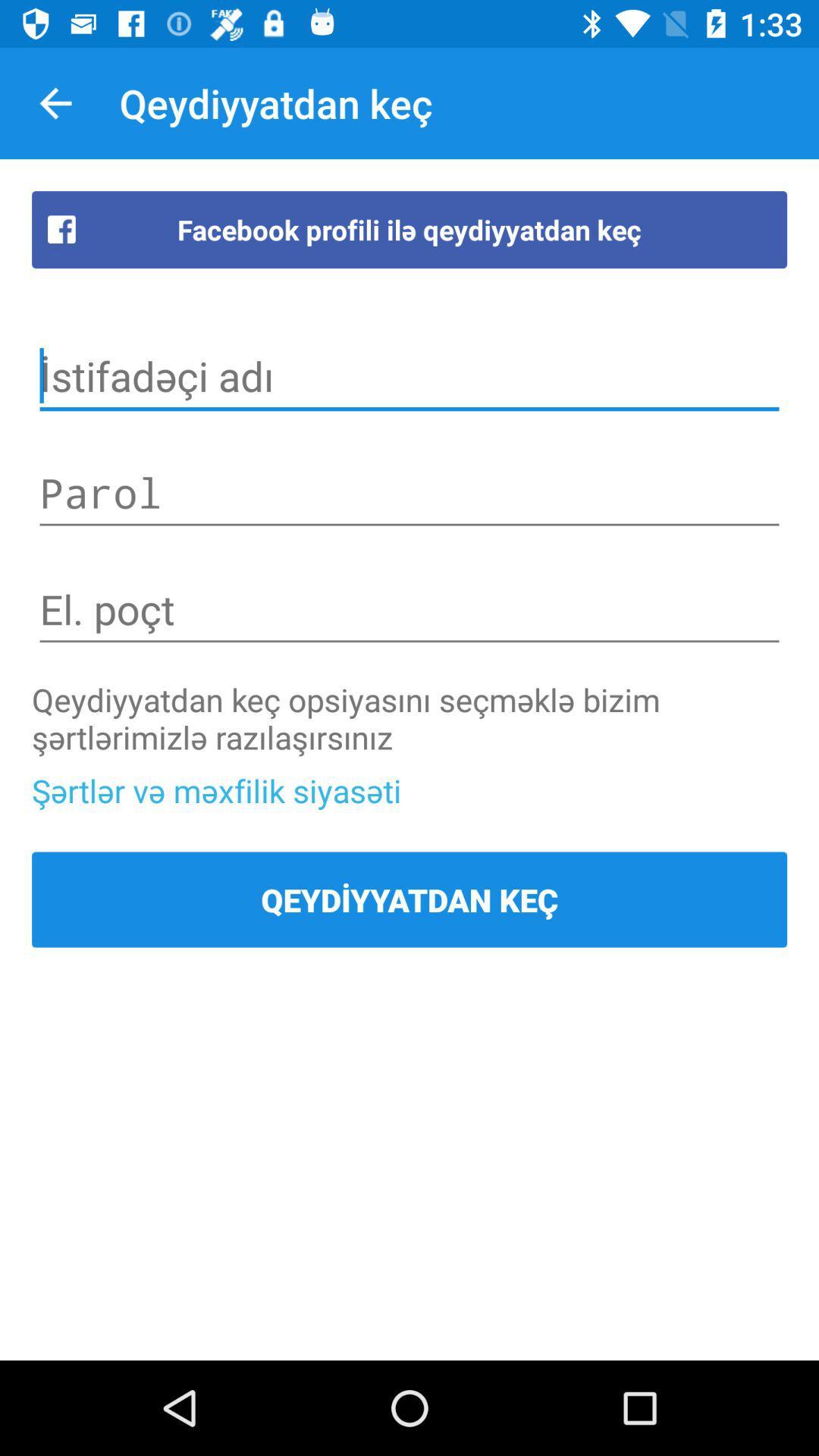  What do you see at coordinates (55, 102) in the screenshot?
I see `icon at the top left corner` at bounding box center [55, 102].